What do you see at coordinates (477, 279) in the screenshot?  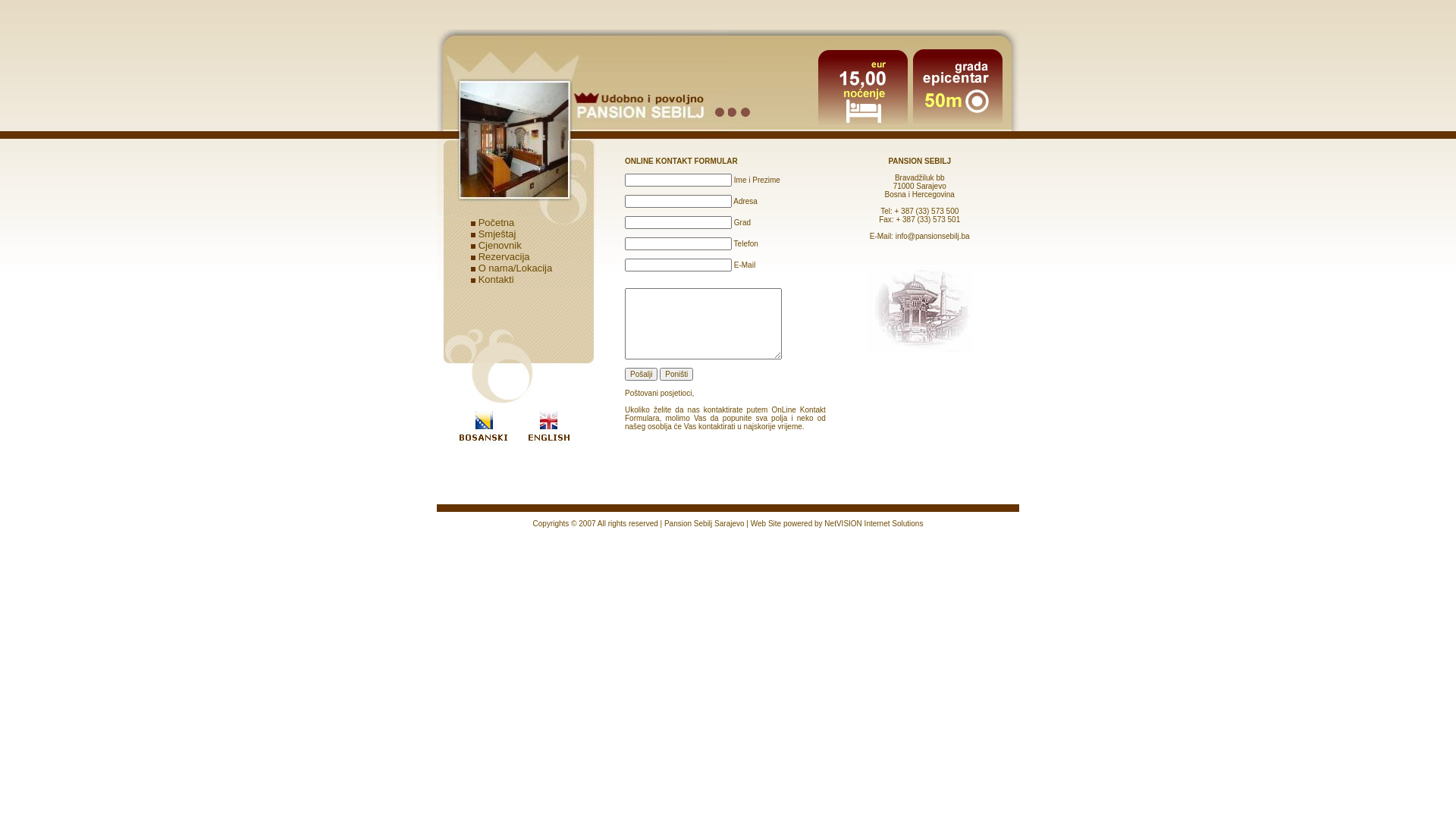 I see `'Kontakti'` at bounding box center [477, 279].